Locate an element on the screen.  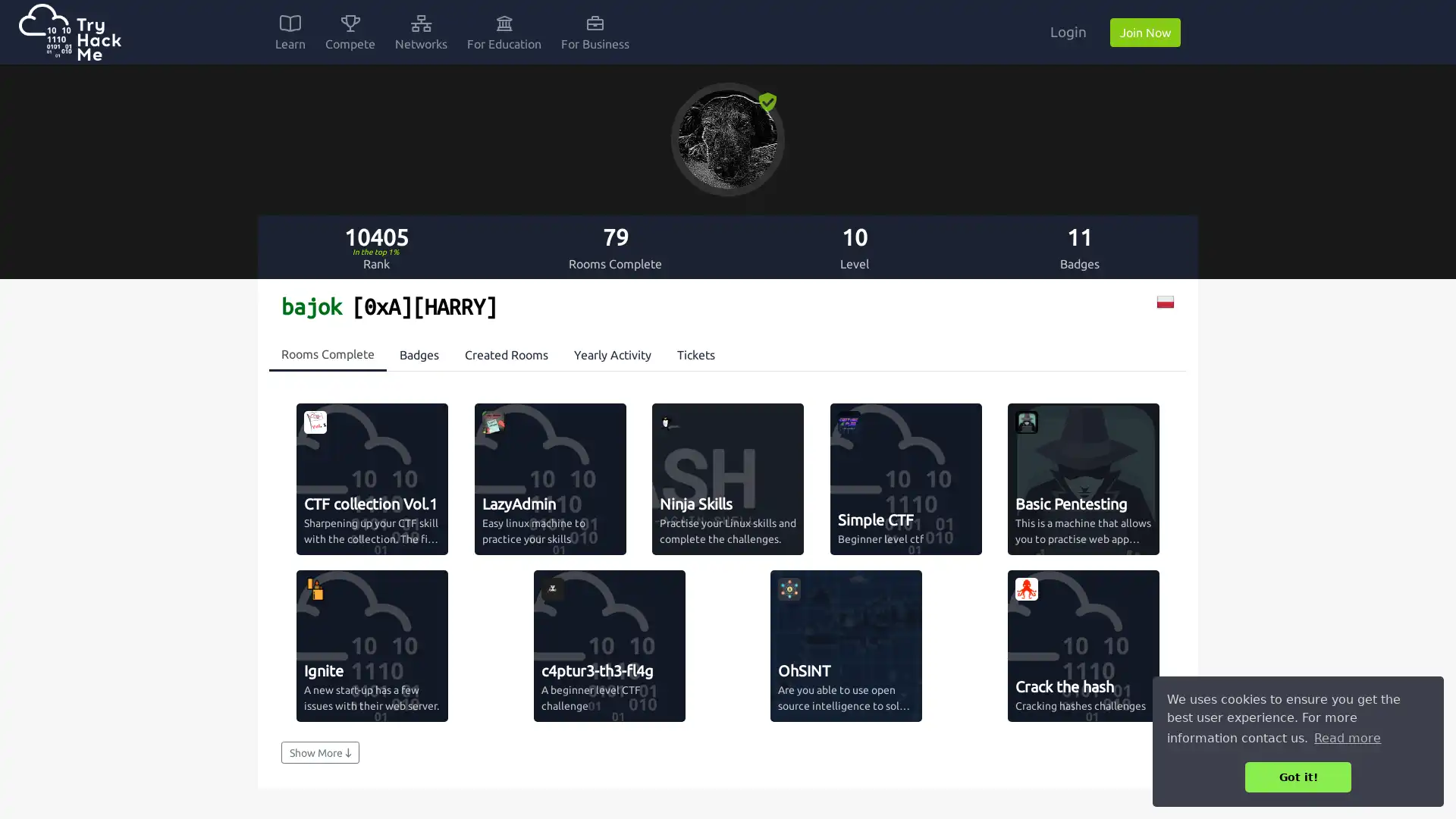
Show More is located at coordinates (319, 752).